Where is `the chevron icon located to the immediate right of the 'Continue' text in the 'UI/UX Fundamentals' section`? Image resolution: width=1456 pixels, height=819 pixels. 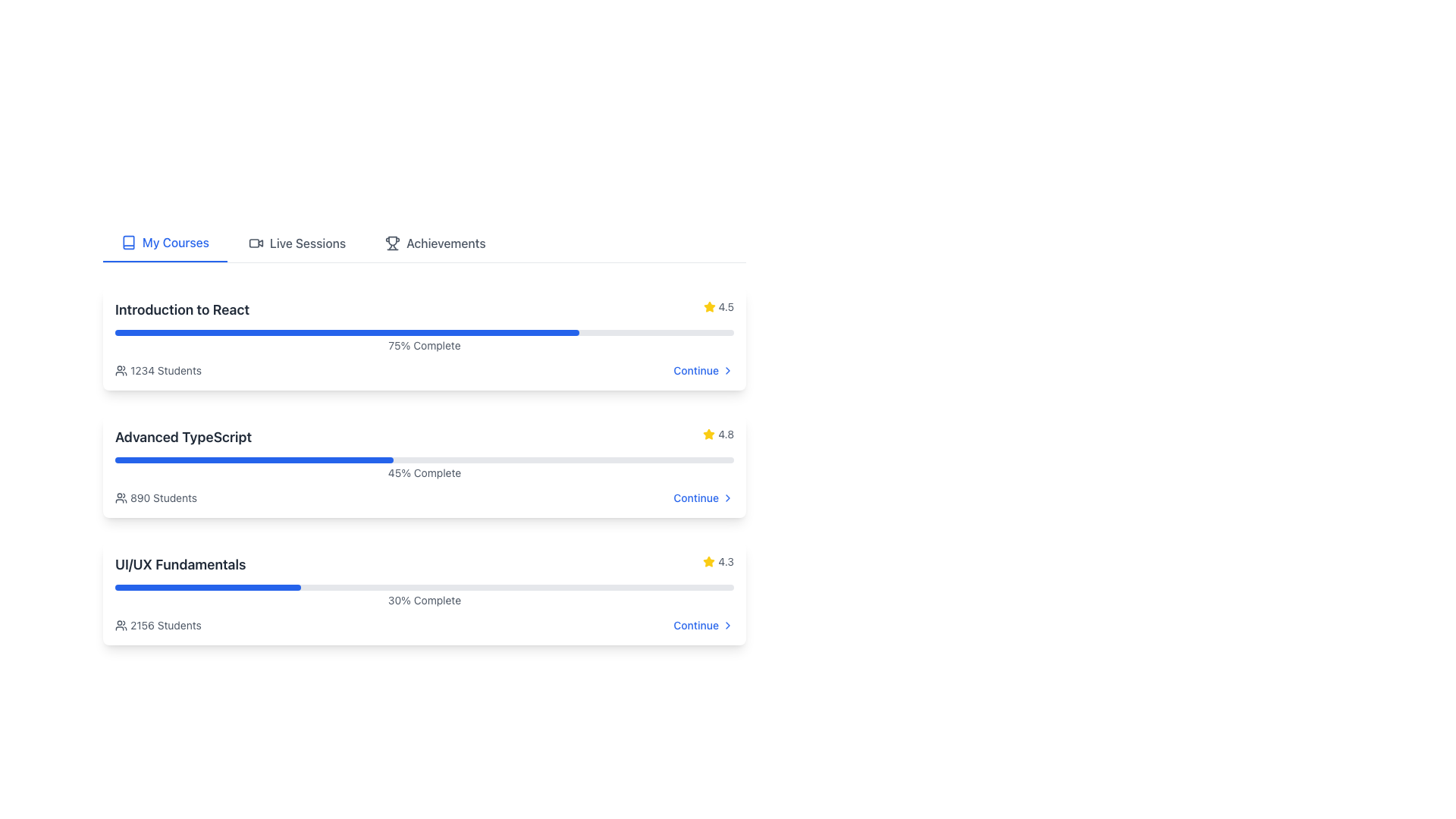 the chevron icon located to the immediate right of the 'Continue' text in the 'UI/UX Fundamentals' section is located at coordinates (728, 626).